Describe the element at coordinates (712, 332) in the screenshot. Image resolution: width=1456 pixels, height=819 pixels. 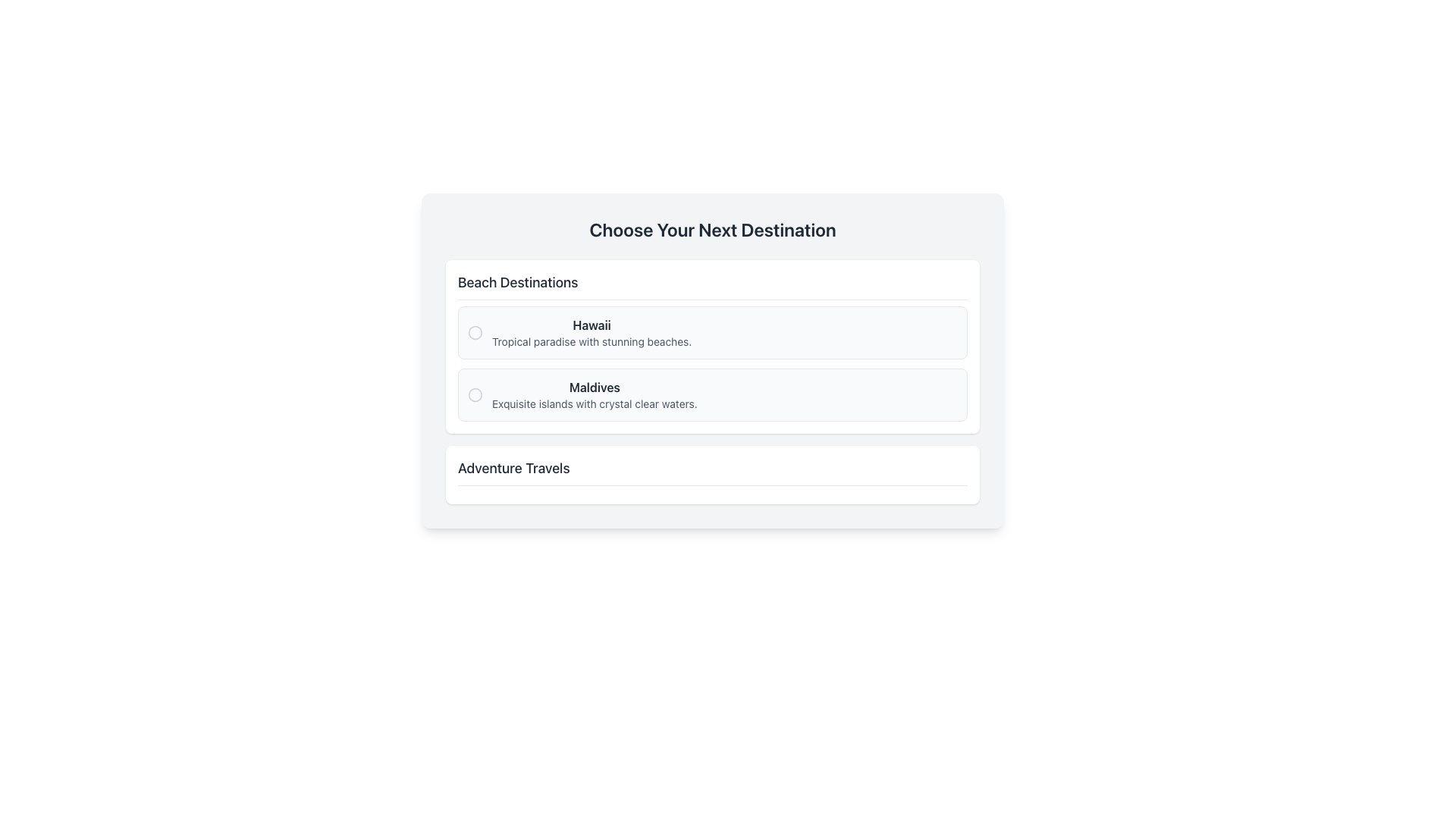
I see `the radio button for 'Hawaii'` at that location.